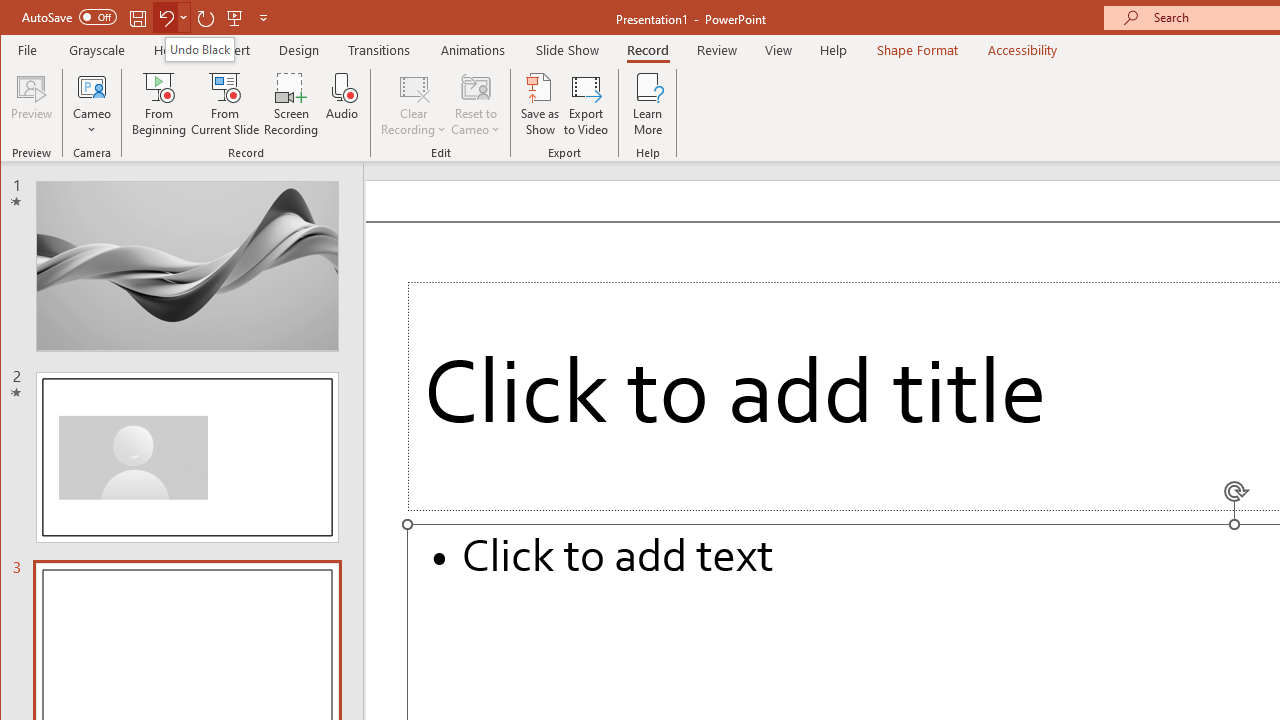 The height and width of the screenshot is (720, 1280). I want to click on 'Cameo', so click(91, 85).